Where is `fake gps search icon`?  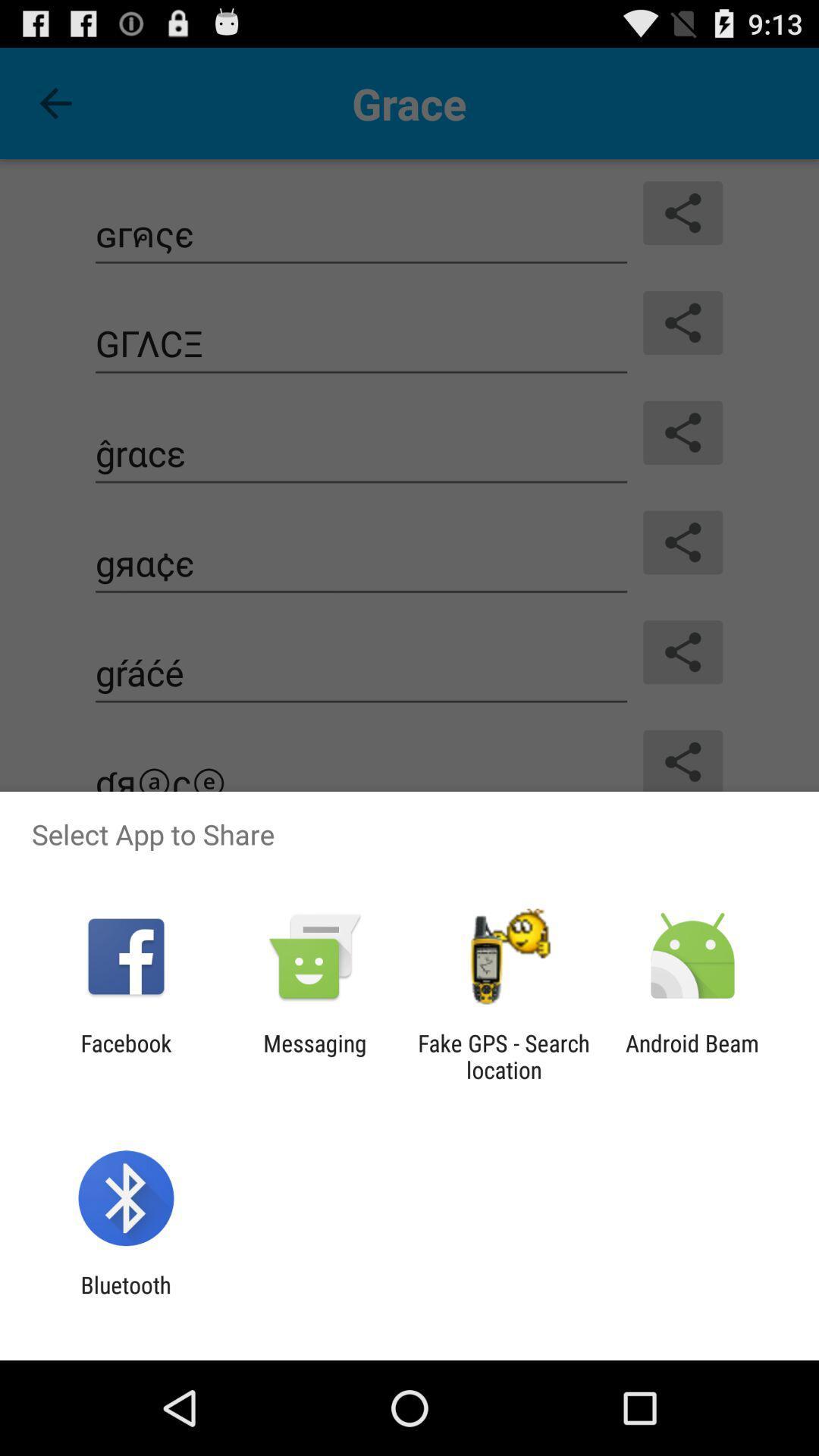
fake gps search icon is located at coordinates (504, 1056).